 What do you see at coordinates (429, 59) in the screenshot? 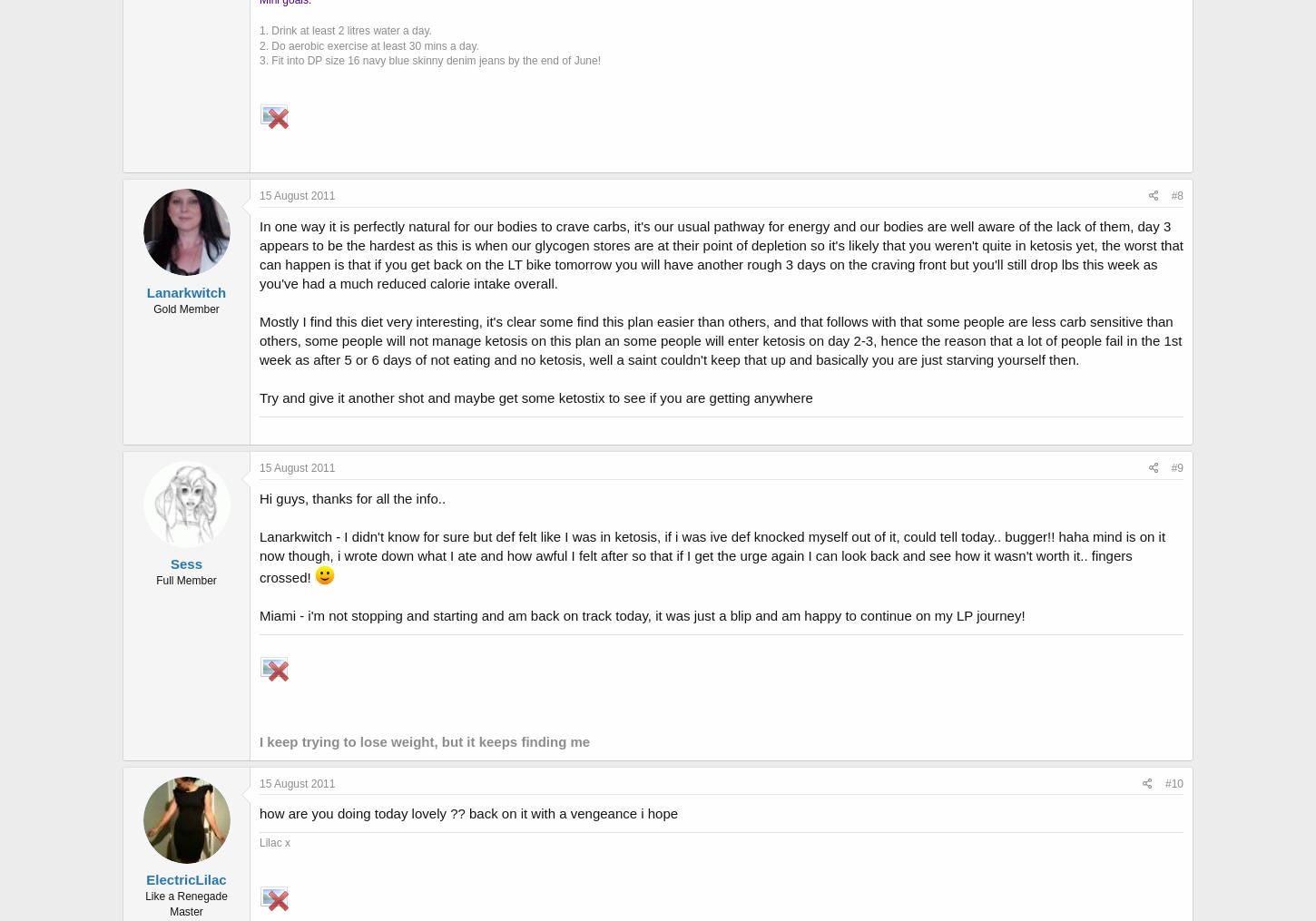
I see `'3. Fit into DP size 16 navy blue skinny denim jeans by the end of June!'` at bounding box center [429, 59].